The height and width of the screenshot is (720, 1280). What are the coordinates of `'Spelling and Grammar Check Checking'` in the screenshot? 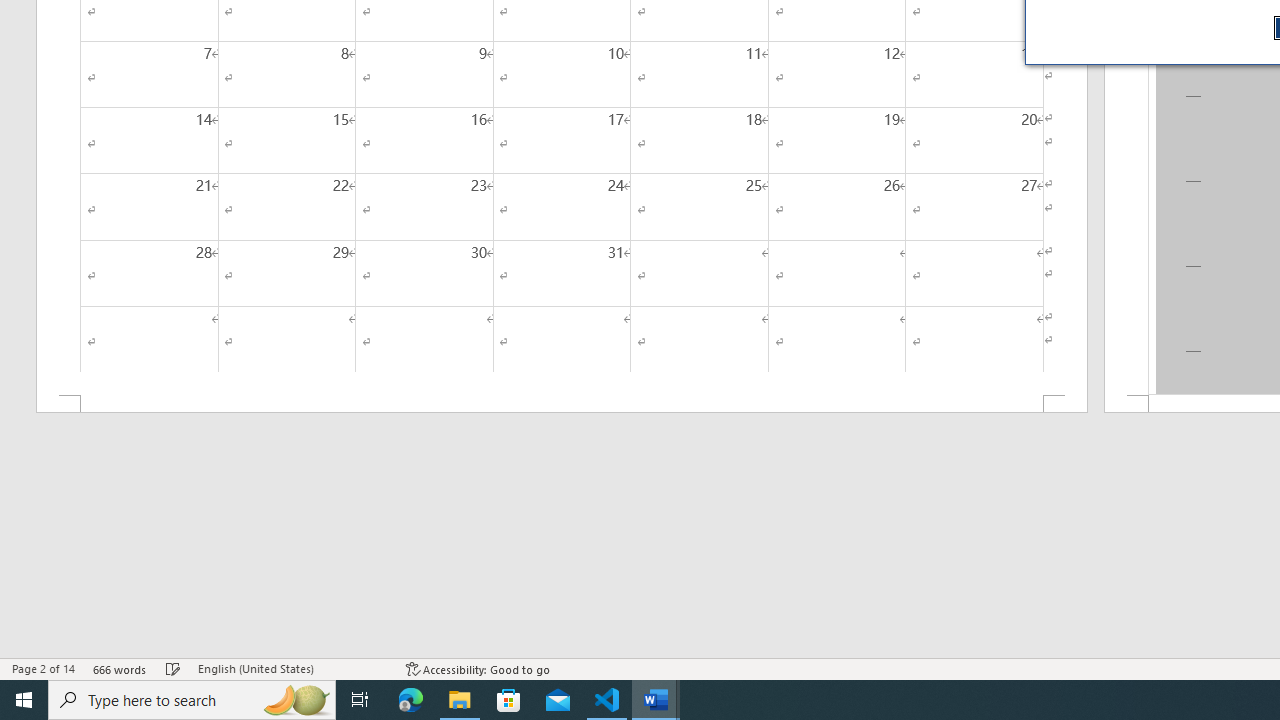 It's located at (173, 669).